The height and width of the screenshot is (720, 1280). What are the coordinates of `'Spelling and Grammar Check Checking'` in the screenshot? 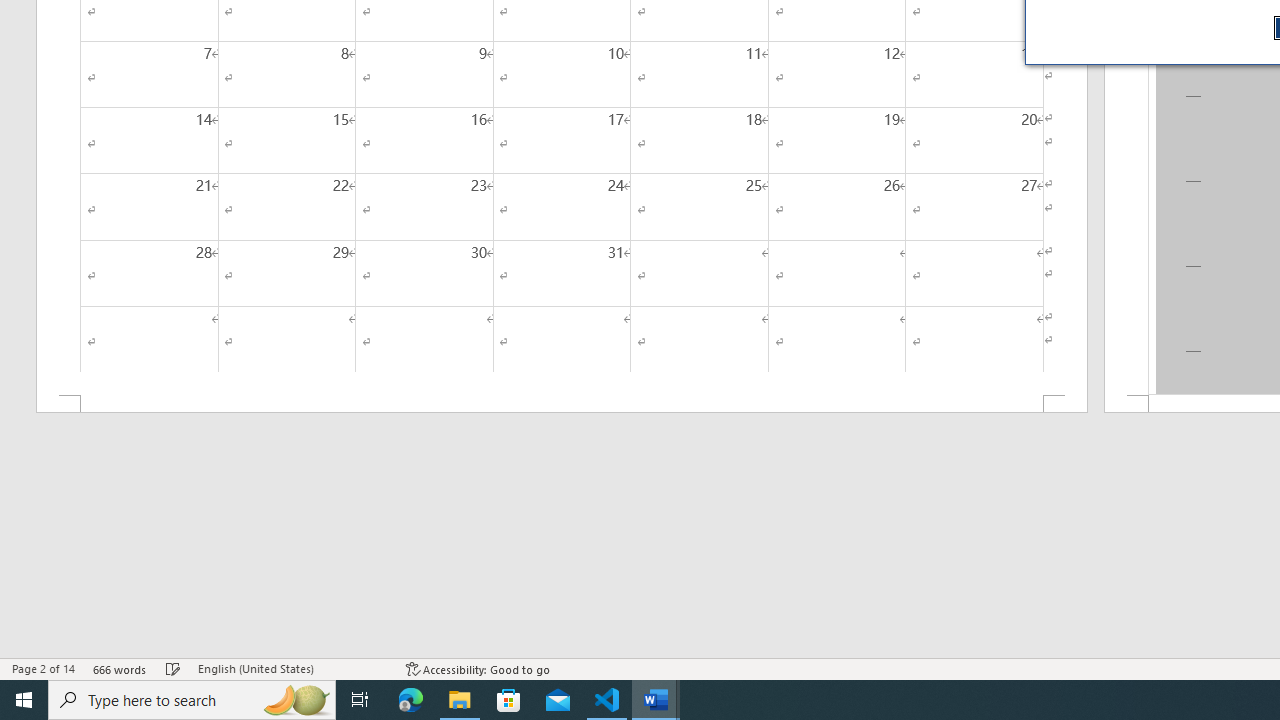 It's located at (173, 669).